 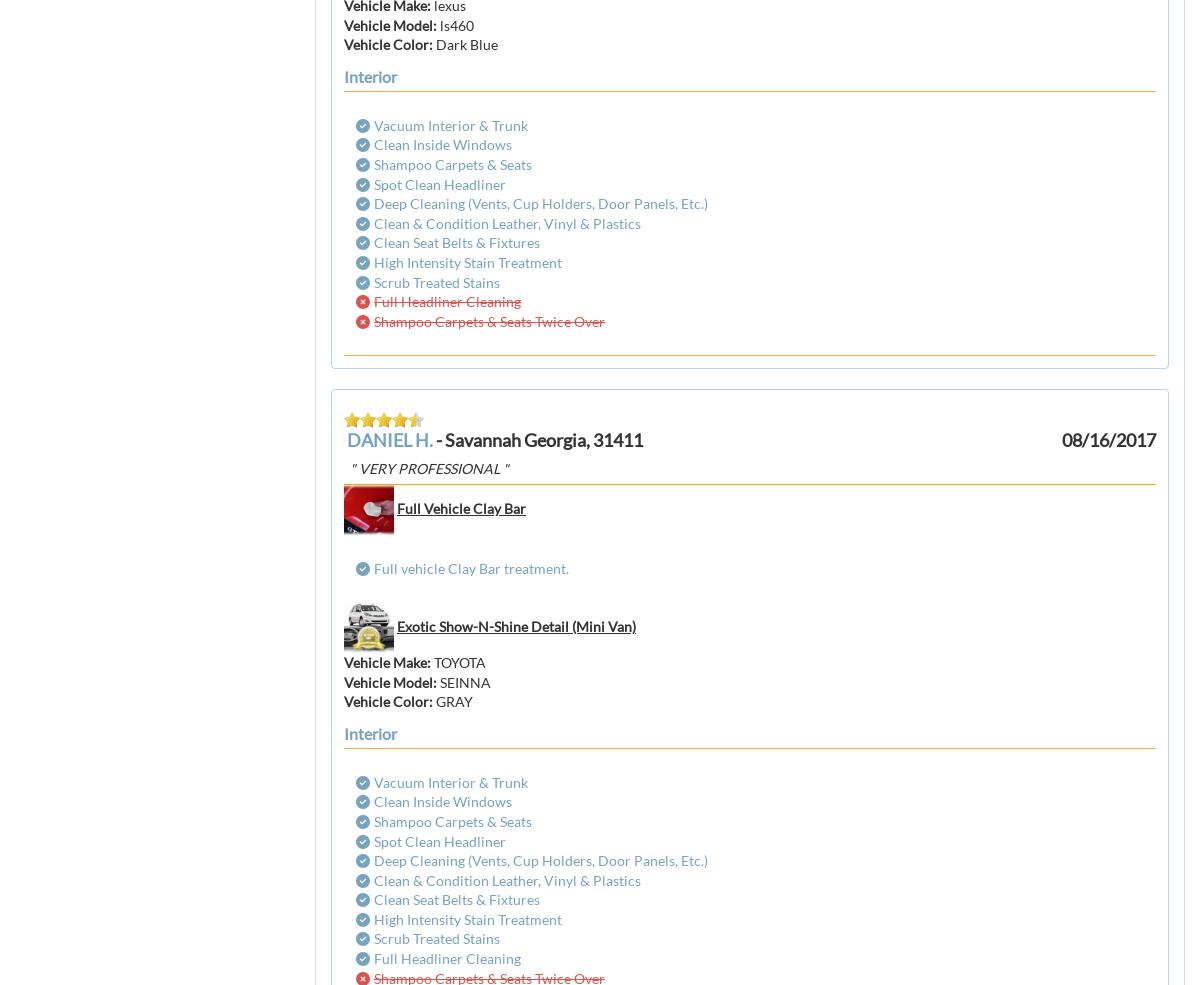 What do you see at coordinates (429, 466) in the screenshot?
I see `'VERY PROFESSIONAL'` at bounding box center [429, 466].